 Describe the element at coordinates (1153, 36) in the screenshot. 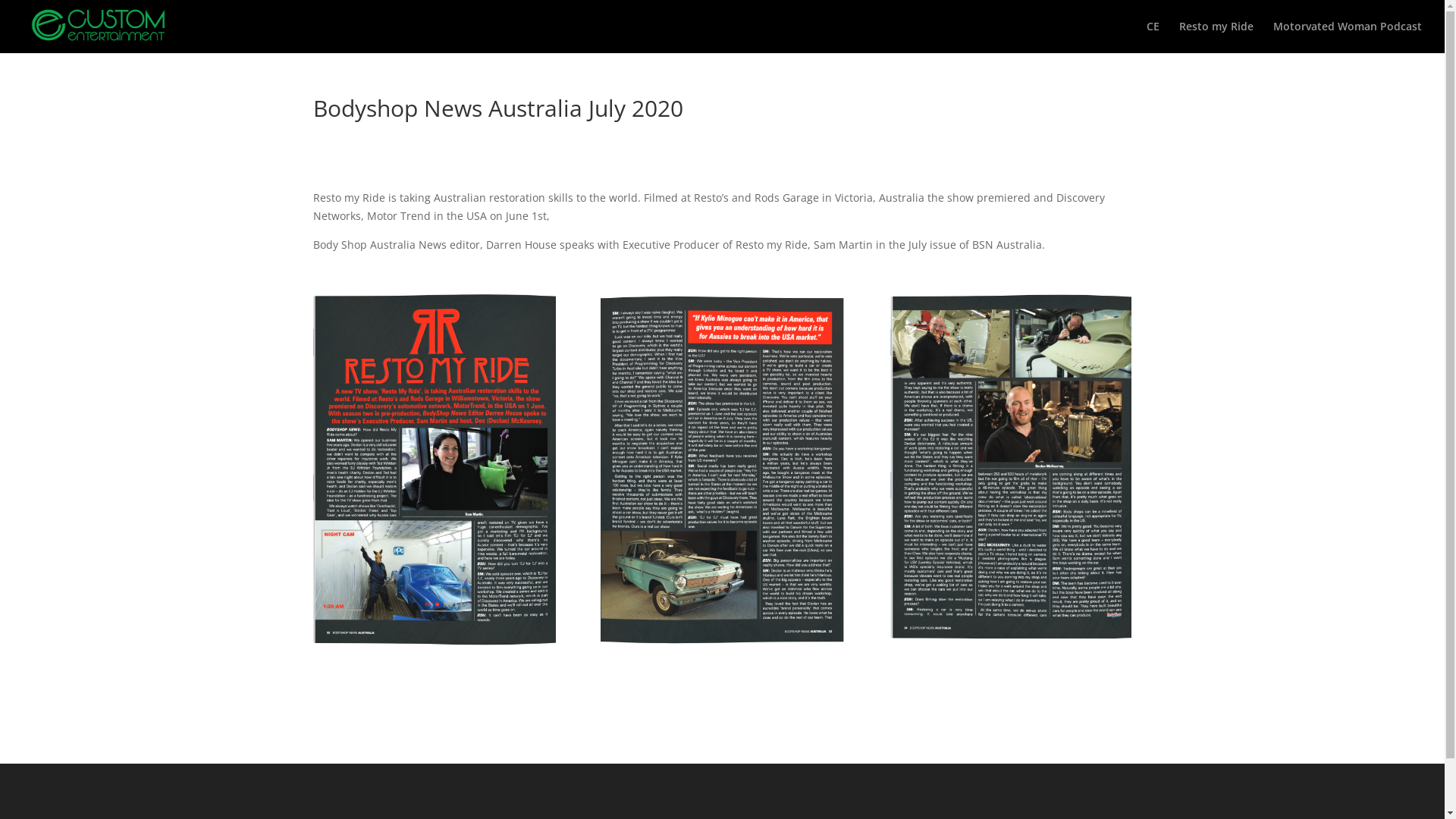

I see `'CE'` at that location.